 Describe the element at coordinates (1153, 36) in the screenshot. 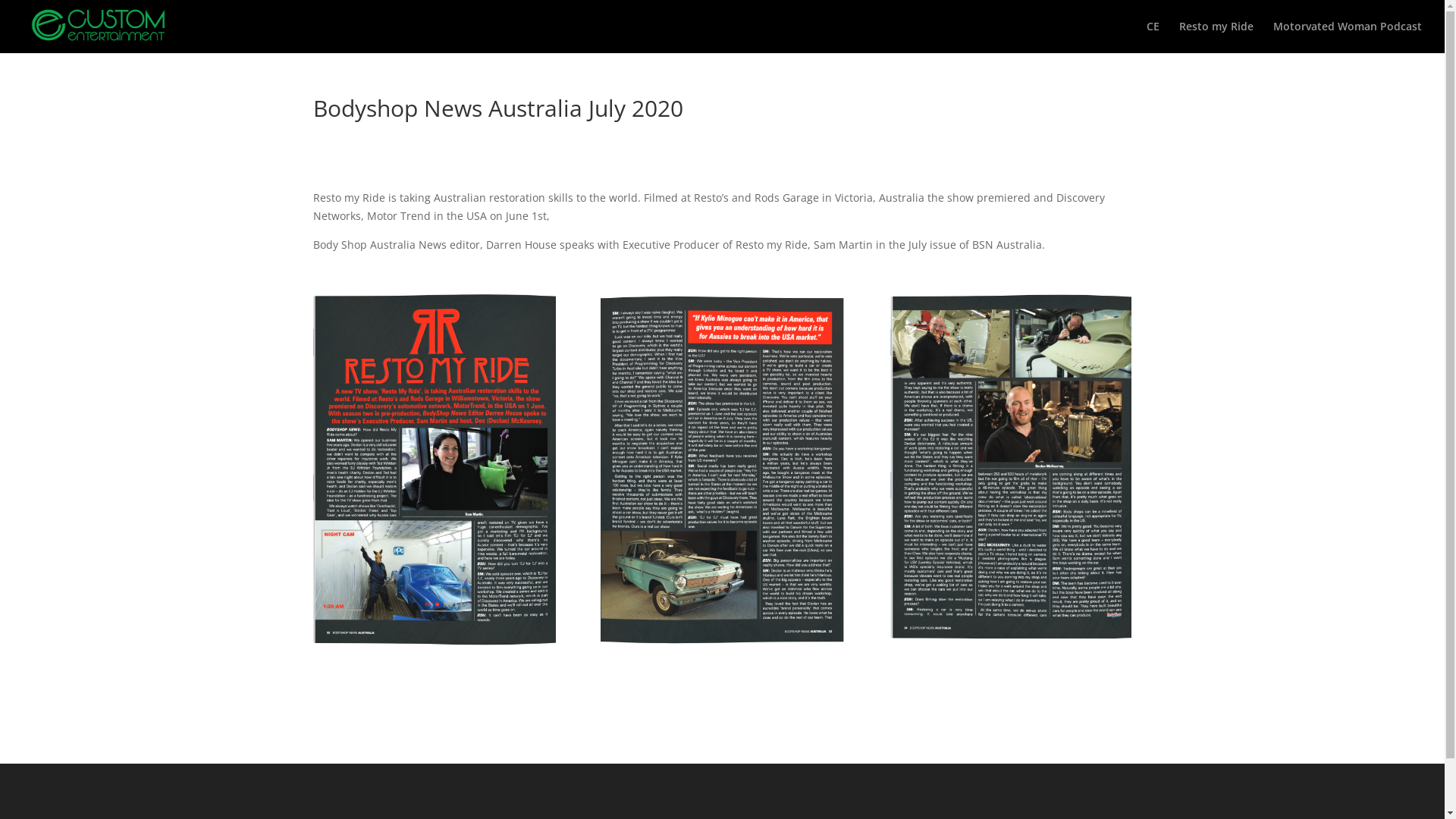

I see `'CE'` at that location.